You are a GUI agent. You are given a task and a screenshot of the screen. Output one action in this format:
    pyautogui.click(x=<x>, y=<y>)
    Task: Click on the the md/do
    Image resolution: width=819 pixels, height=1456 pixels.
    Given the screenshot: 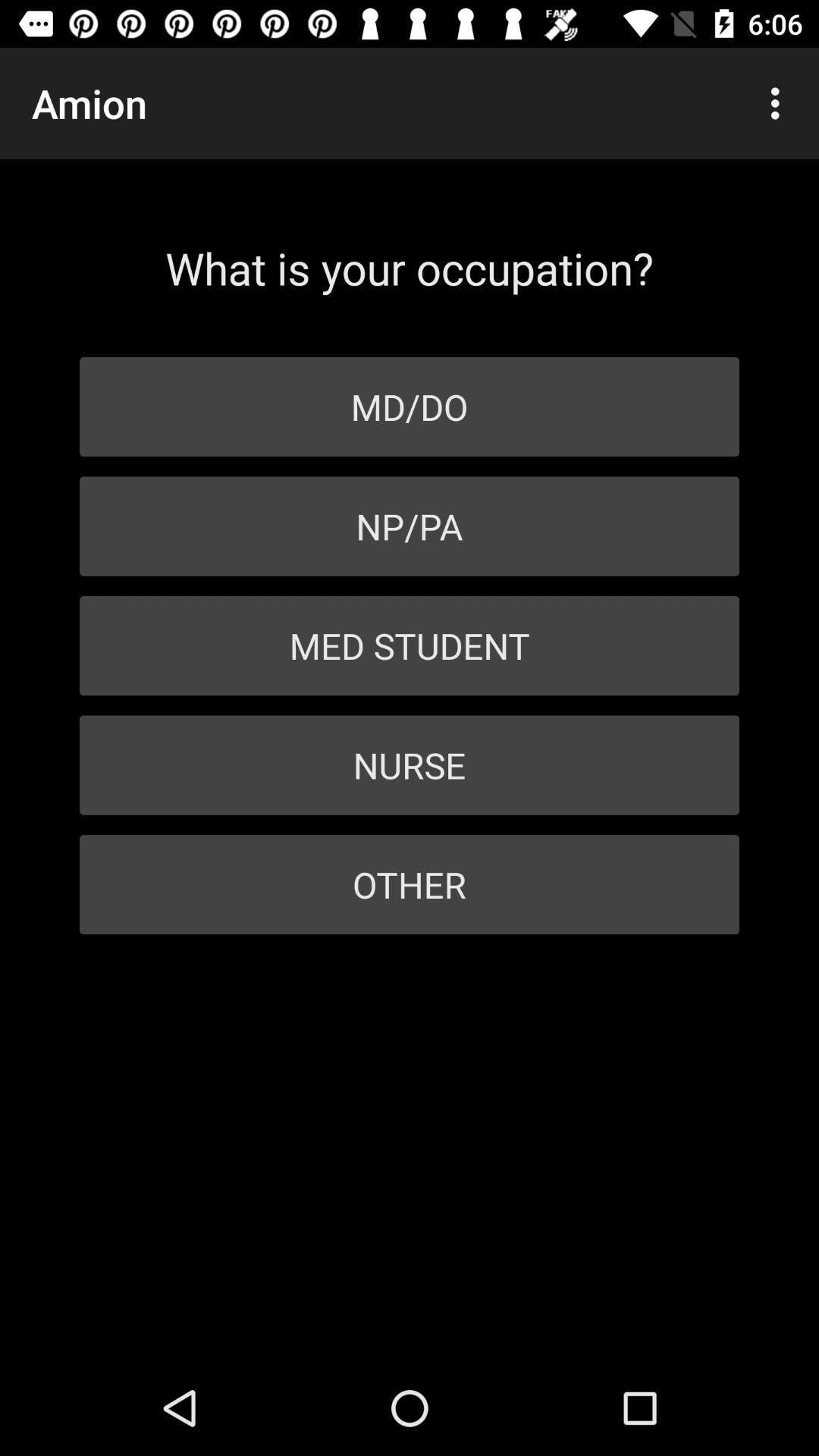 What is the action you would take?
    pyautogui.click(x=409, y=406)
    